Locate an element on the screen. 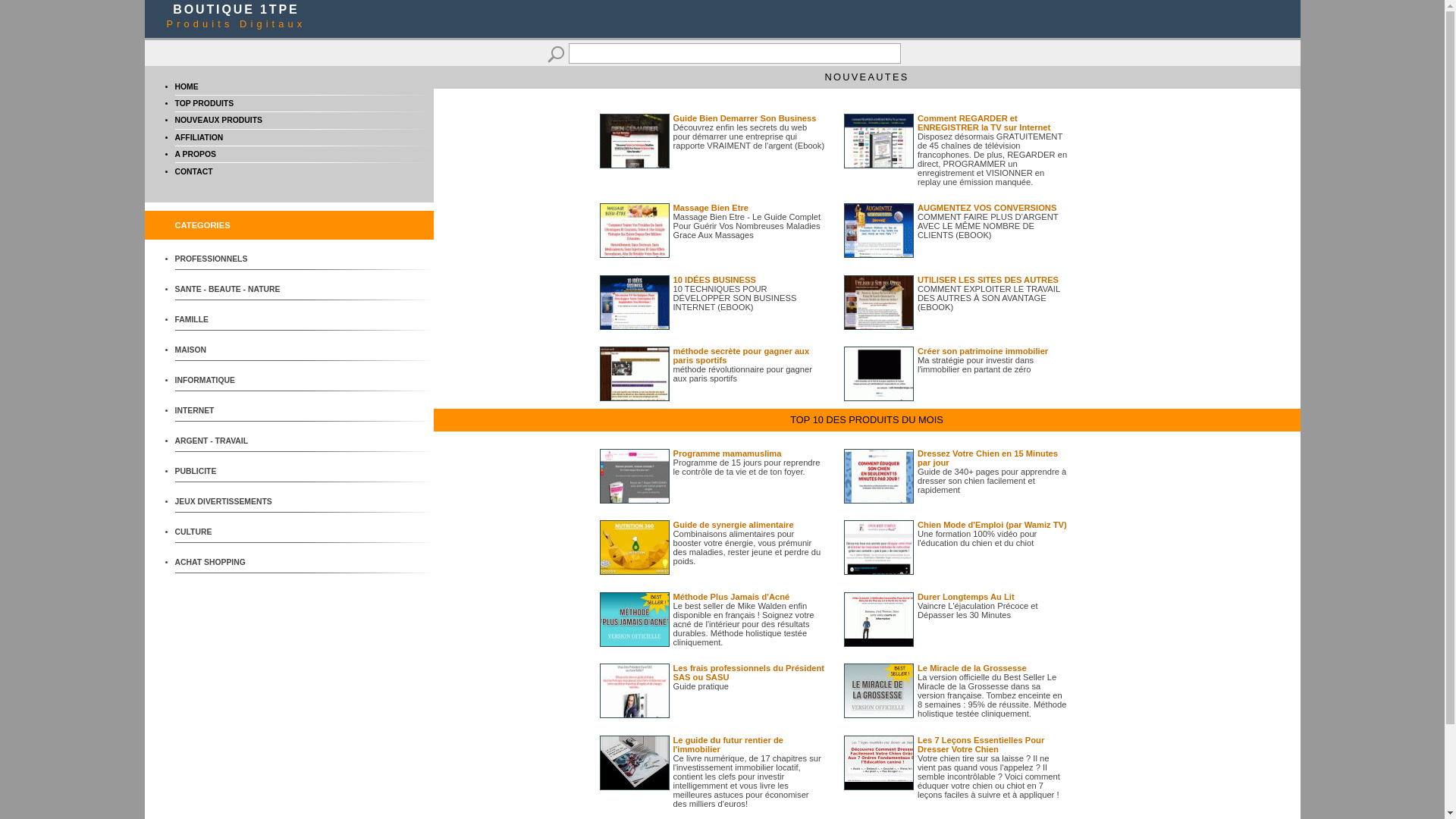  'Comment REGARDER et ENREGISTRER la TV sur Internet' is located at coordinates (984, 122).